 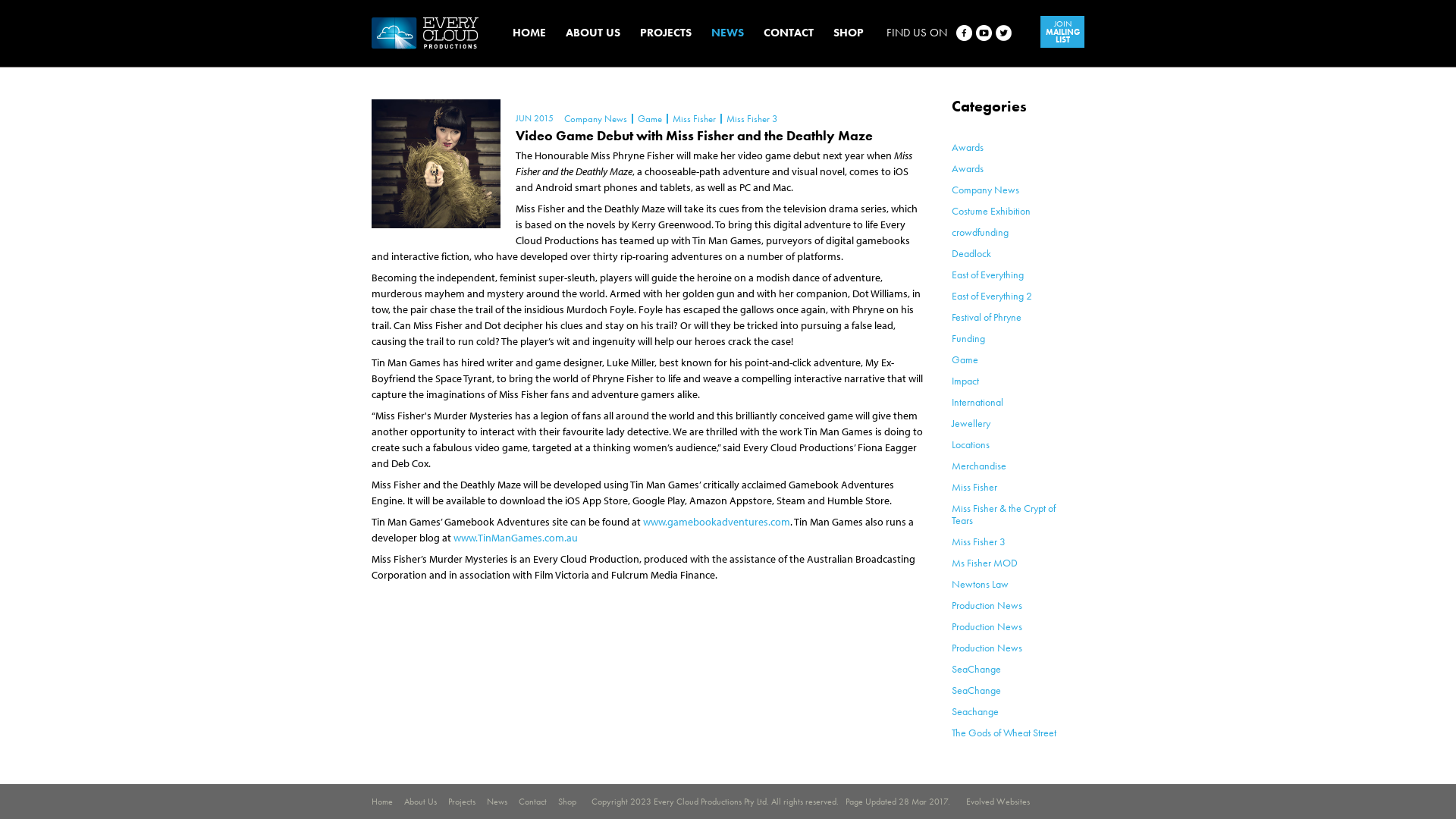 I want to click on 'Miss Fisher 3', so click(x=751, y=118).